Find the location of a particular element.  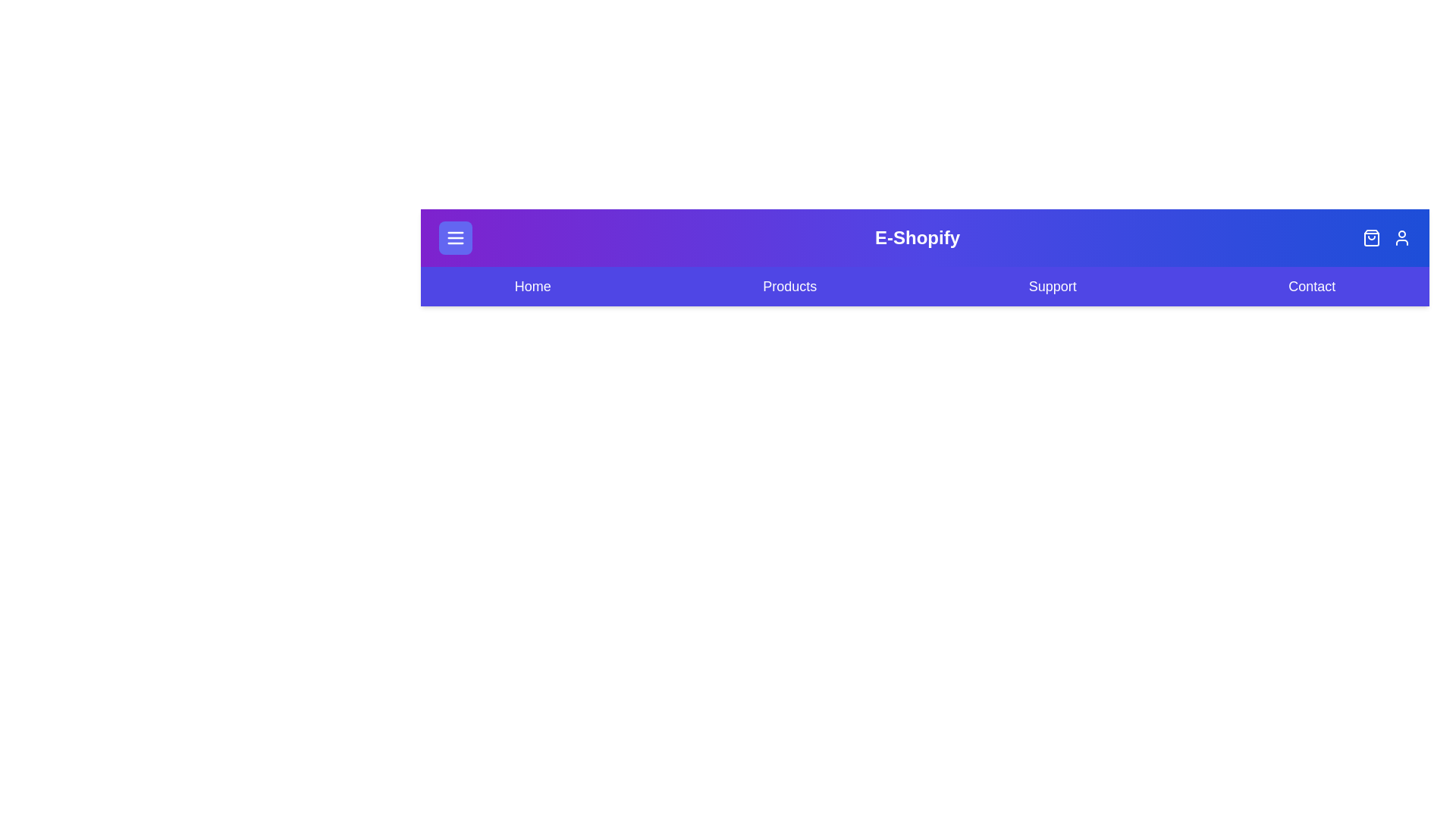

the 'E-Shopify' logo text to focus or inspect is located at coordinates (916, 237).